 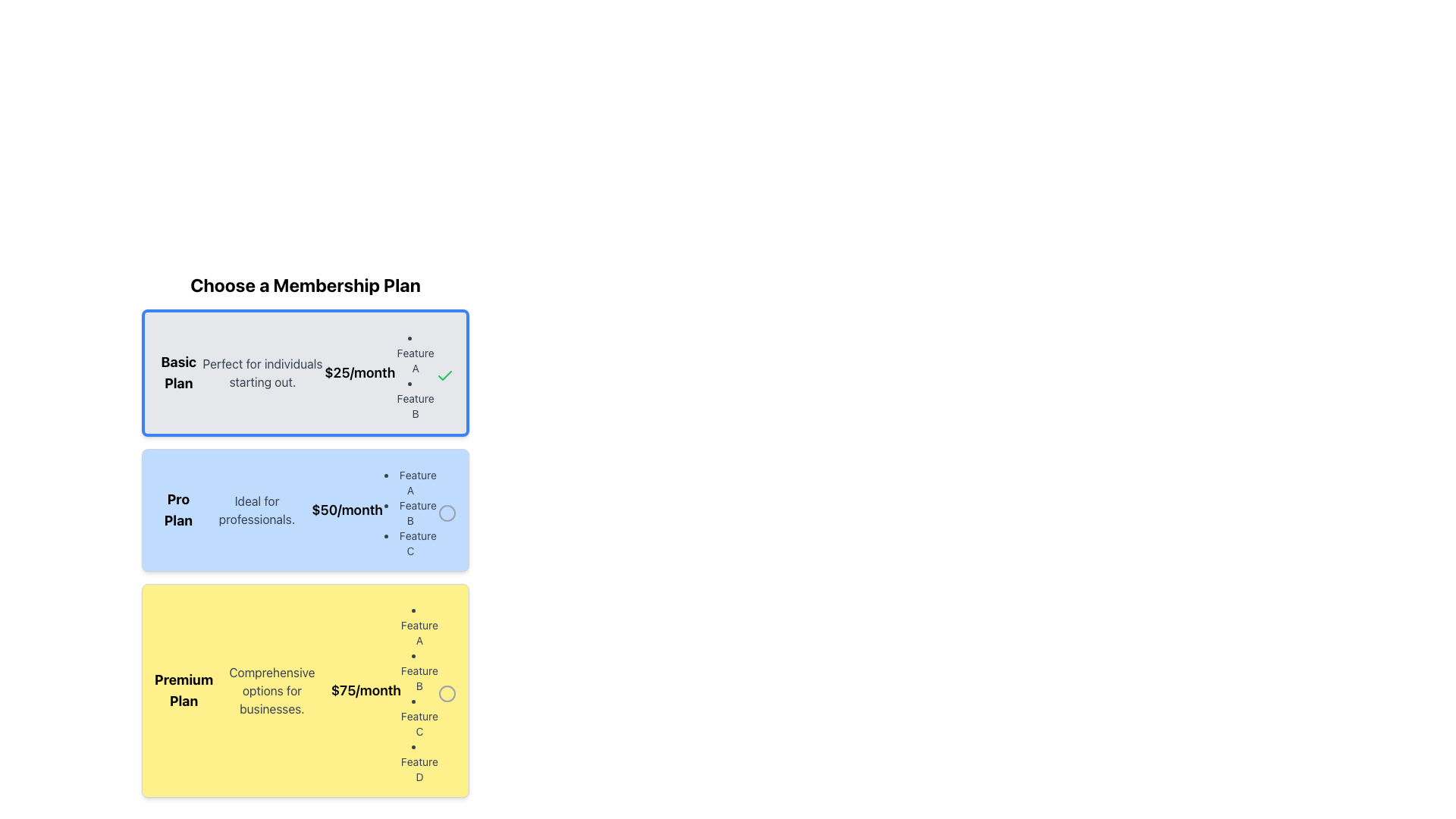 What do you see at coordinates (419, 717) in the screenshot?
I see `text label displaying 'Feature C' for the 'Premium Plan' located in the Premium Plan section with a yellow background, which is the third item in a vertical list of features` at bounding box center [419, 717].